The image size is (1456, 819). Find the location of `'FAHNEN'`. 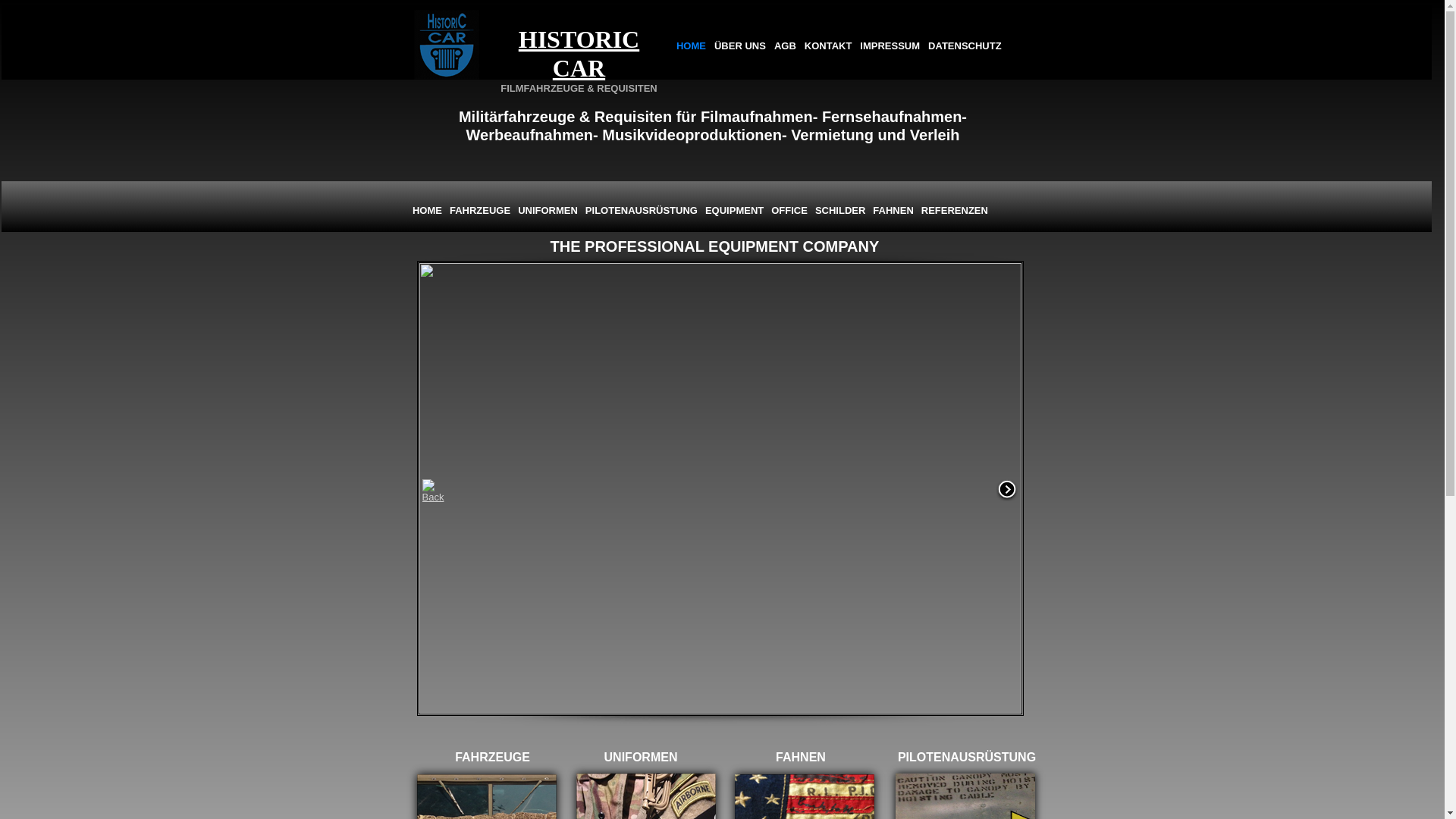

'FAHNEN' is located at coordinates (893, 210).